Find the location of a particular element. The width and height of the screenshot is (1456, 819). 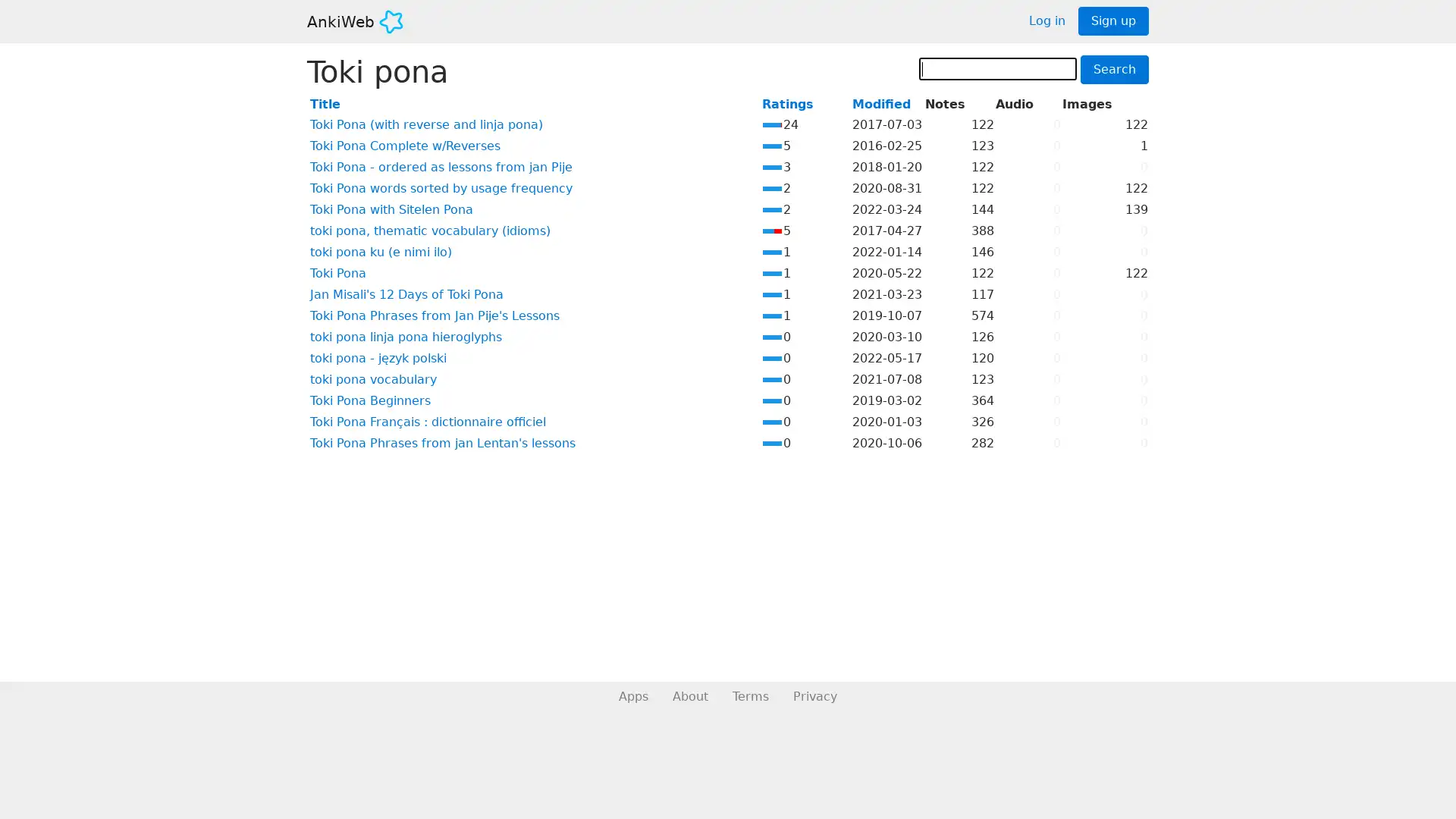

Search is located at coordinates (1114, 69).